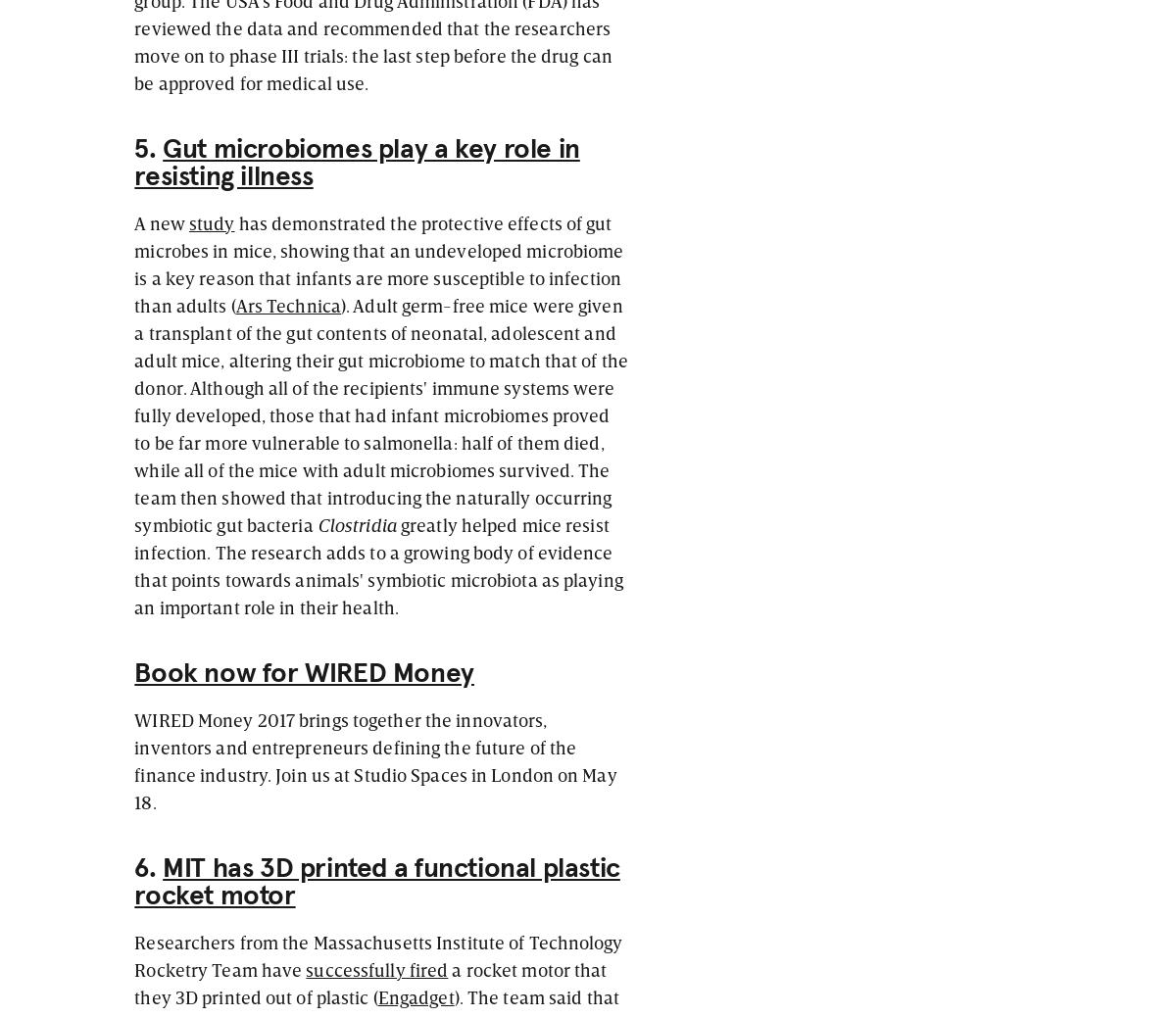 The width and height of the screenshot is (1176, 1017). Describe the element at coordinates (147, 868) in the screenshot. I see `'6.'` at that location.